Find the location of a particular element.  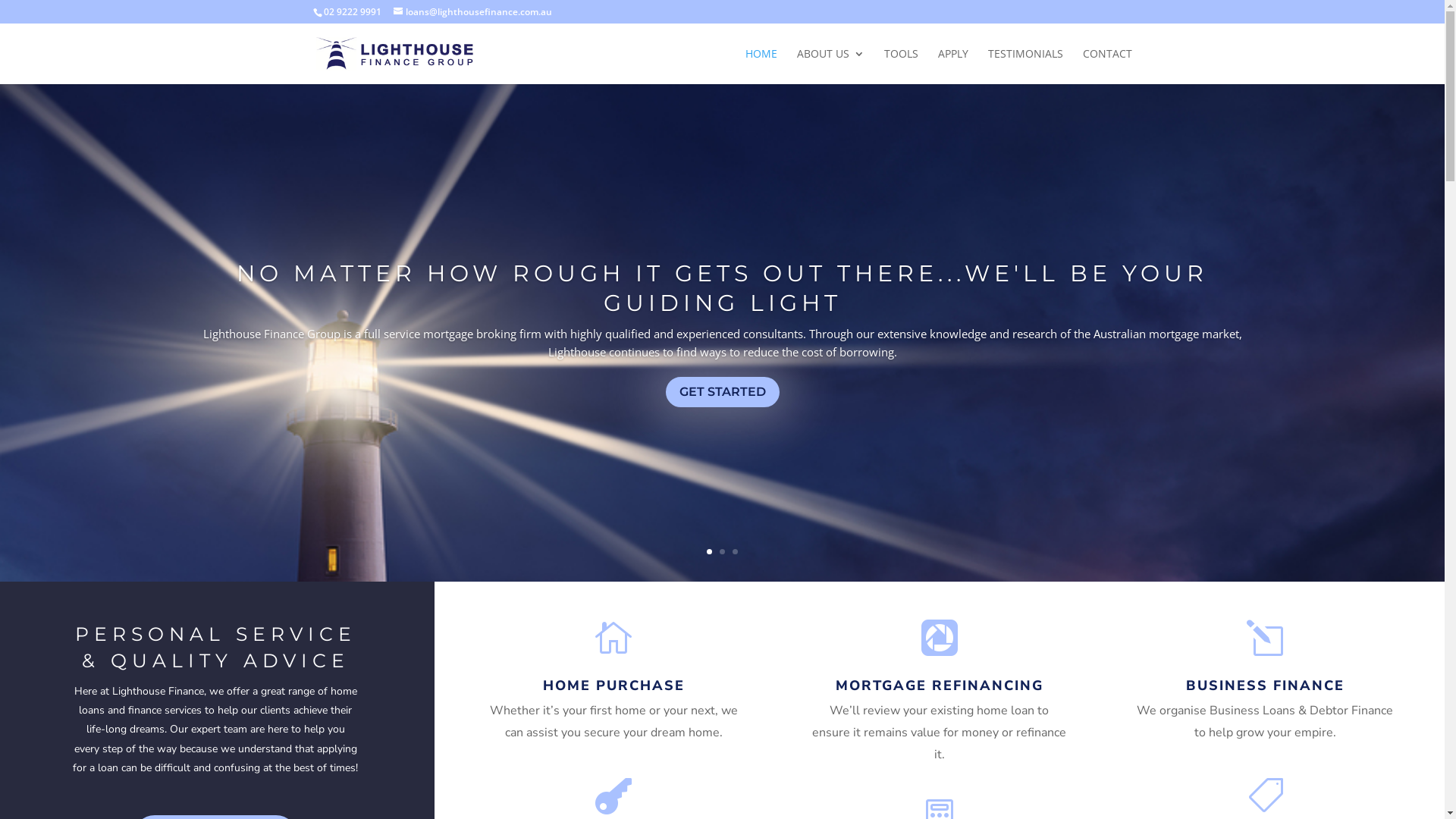

'GET STARTED' is located at coordinates (666, 391).